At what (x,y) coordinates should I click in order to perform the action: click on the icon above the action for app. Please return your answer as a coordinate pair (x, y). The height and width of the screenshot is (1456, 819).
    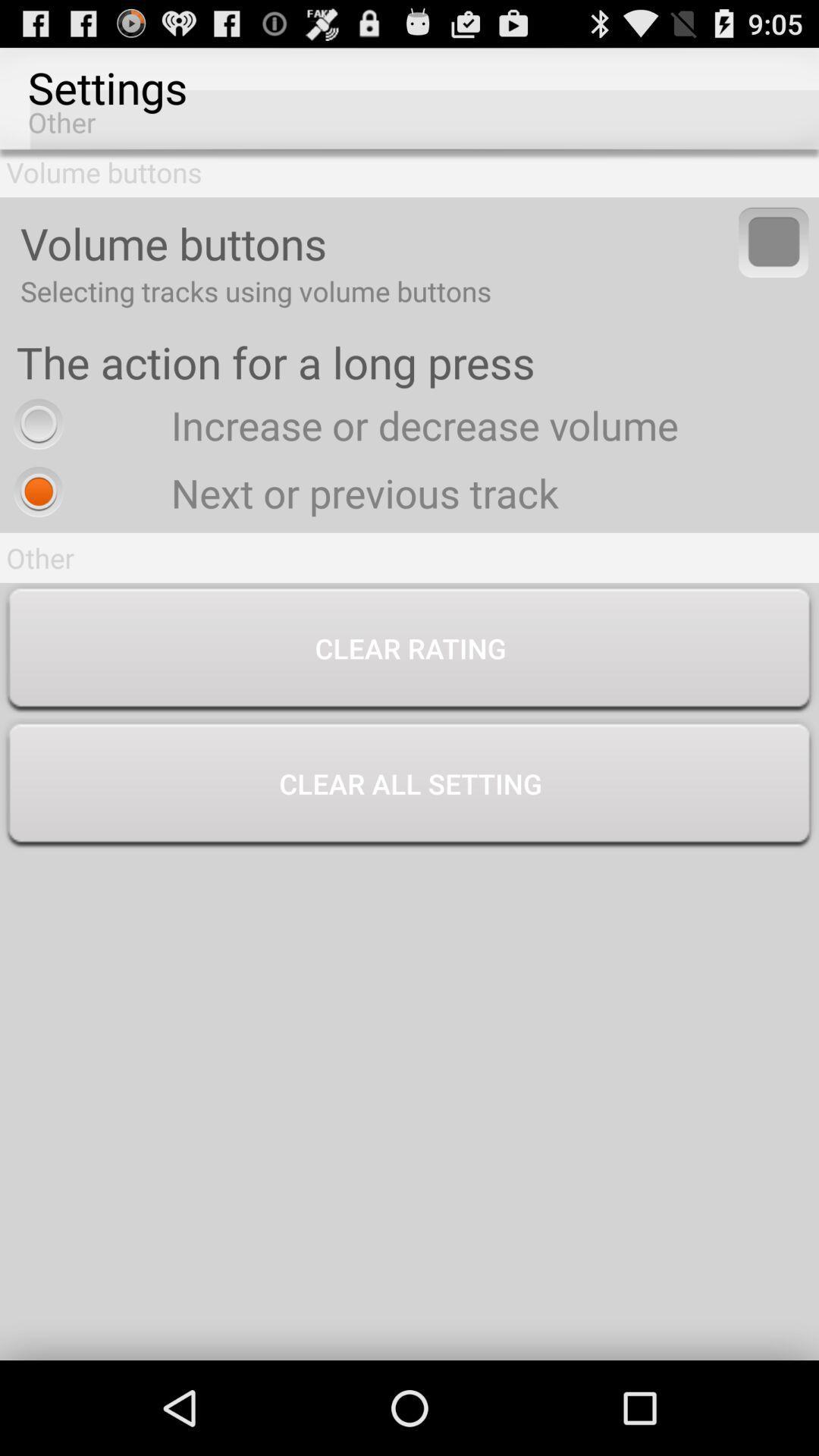
    Looking at the image, I should click on (773, 241).